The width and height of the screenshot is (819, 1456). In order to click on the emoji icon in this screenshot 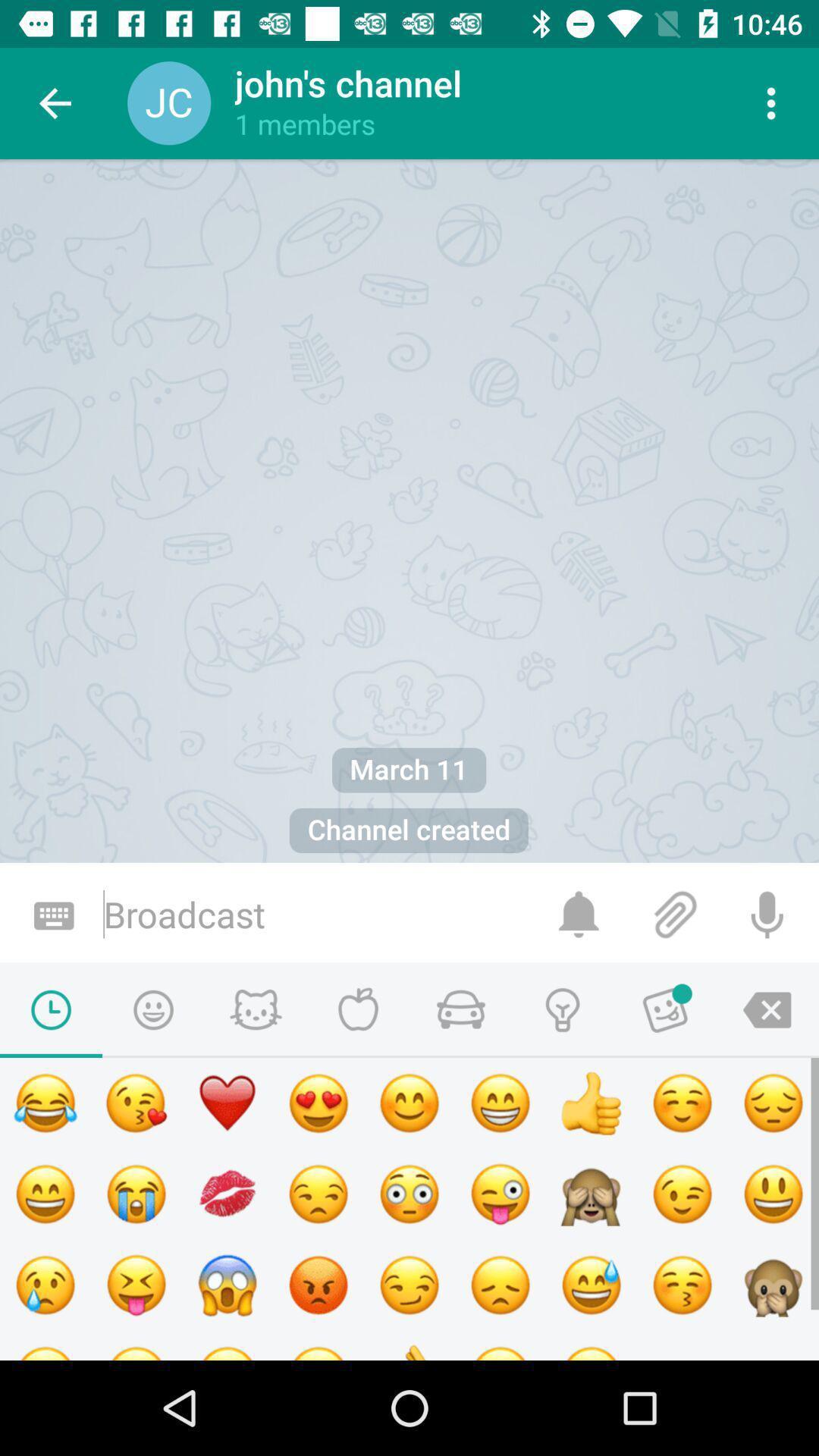, I will do `click(773, 1103)`.